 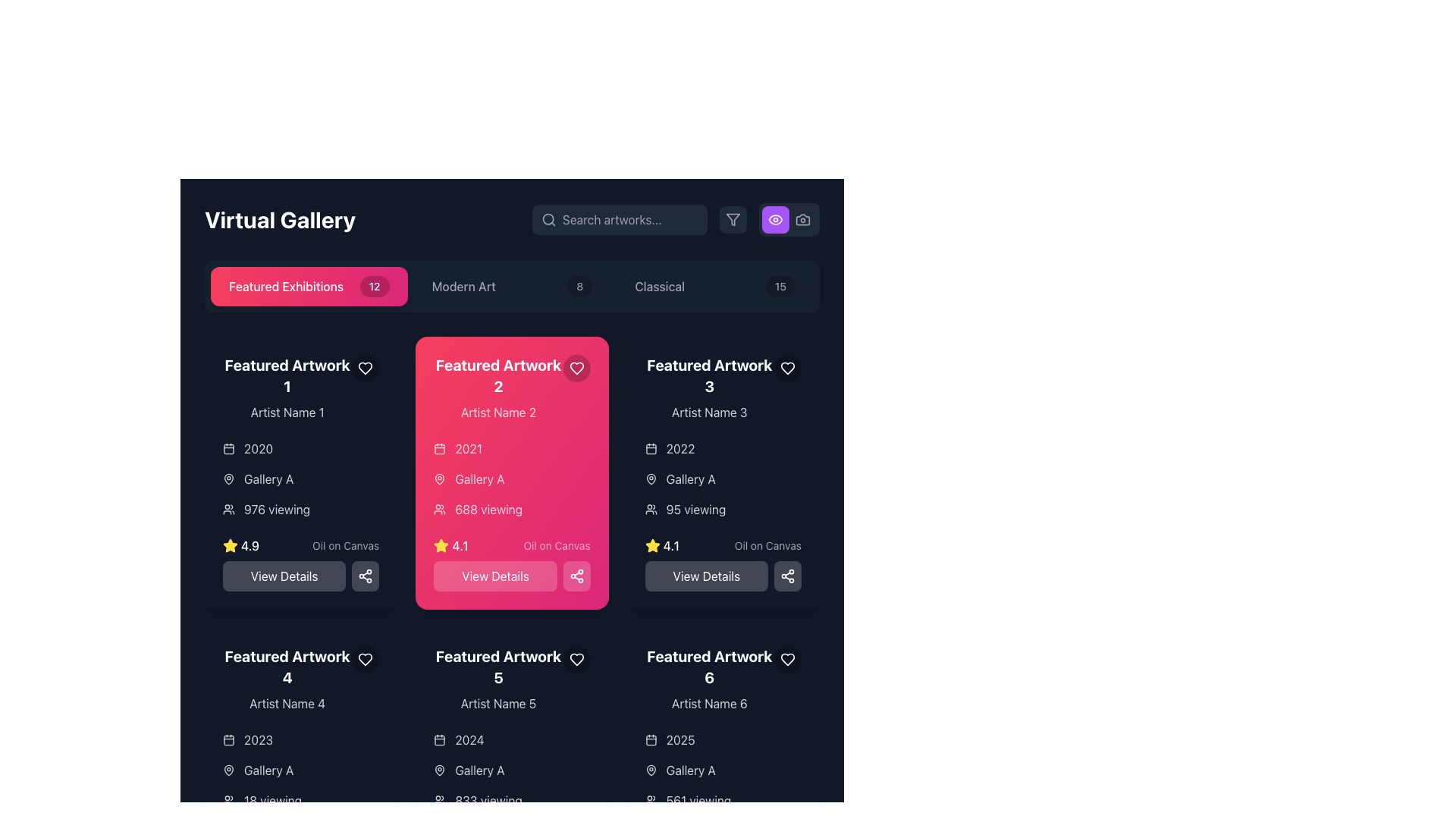 What do you see at coordinates (775, 219) in the screenshot?
I see `the visibility toggle icon located in the top-right corner of the app interface, next to the camera icon and to the right of the search bar` at bounding box center [775, 219].